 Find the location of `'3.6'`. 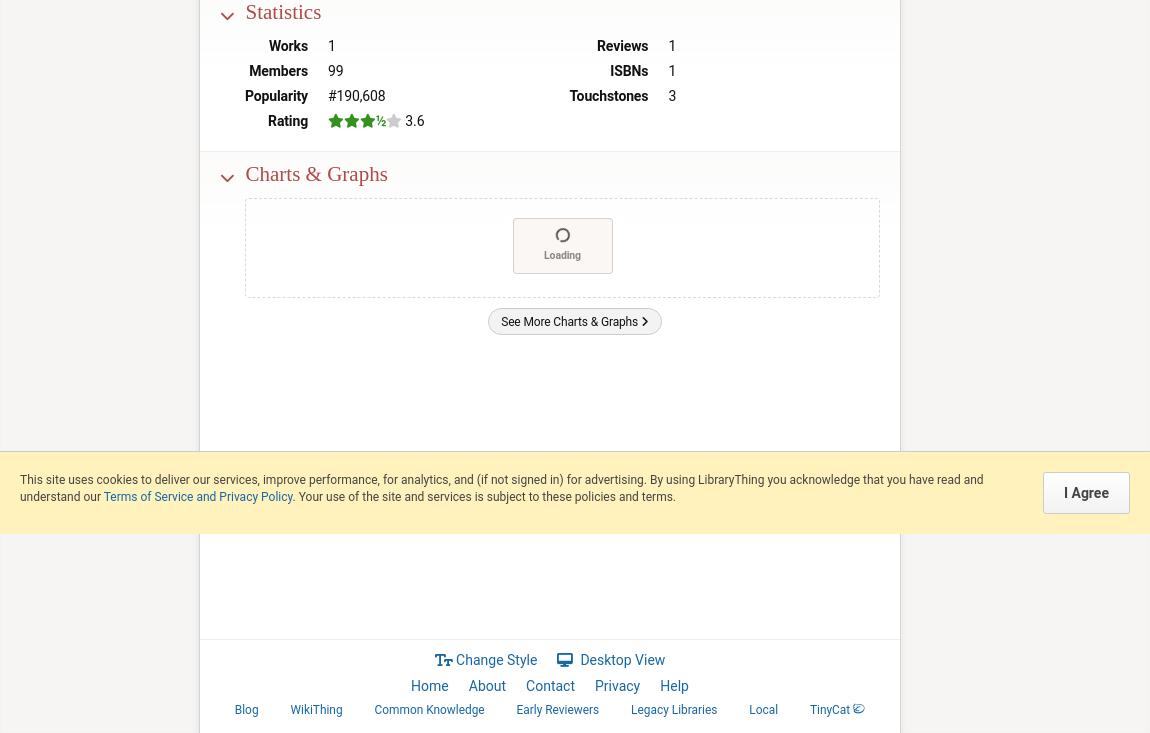

'3.6' is located at coordinates (412, 119).